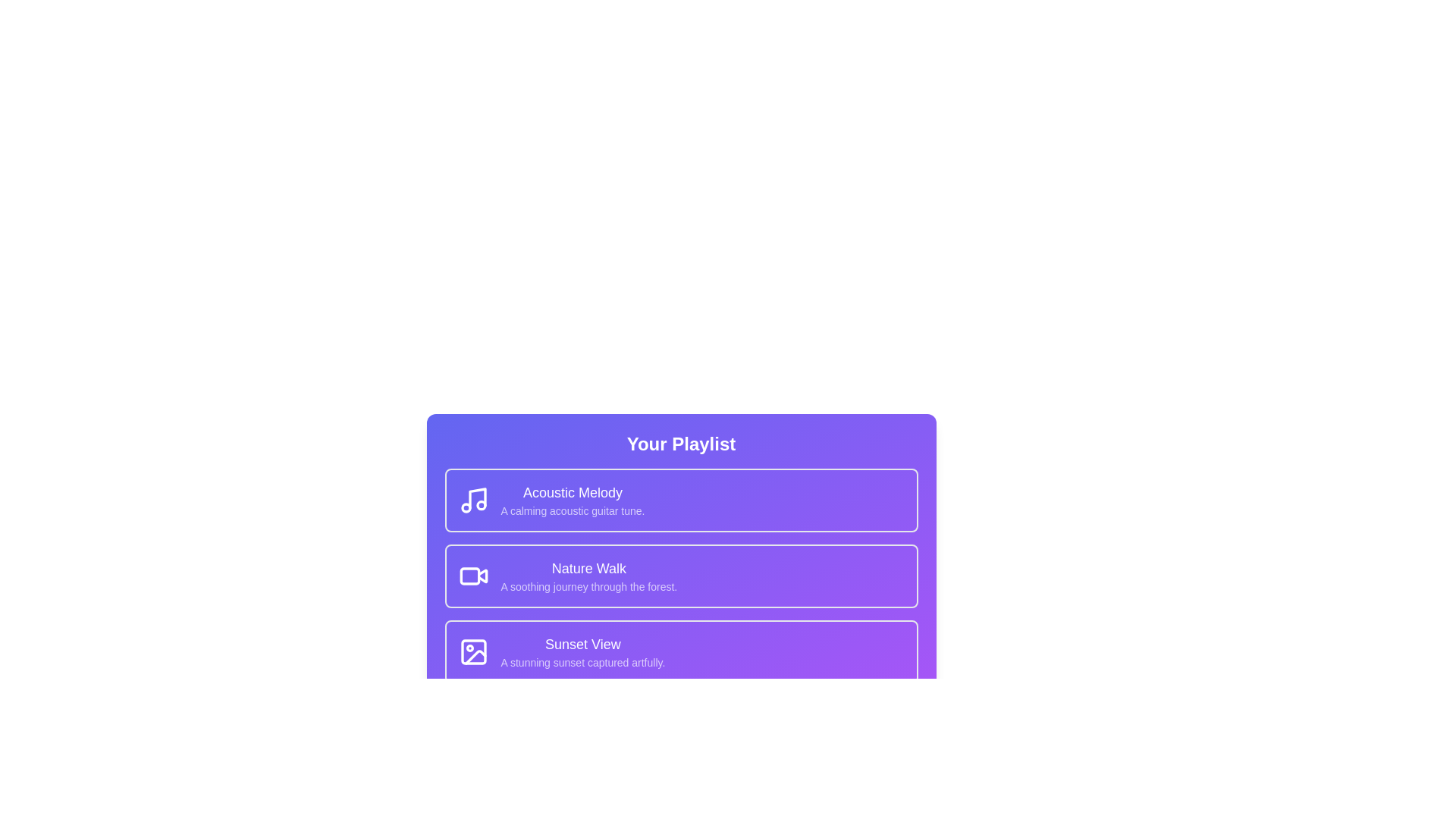 This screenshot has height=819, width=1456. Describe the element at coordinates (680, 500) in the screenshot. I see `the playlist item corresponding to Acoustic Melody` at that location.